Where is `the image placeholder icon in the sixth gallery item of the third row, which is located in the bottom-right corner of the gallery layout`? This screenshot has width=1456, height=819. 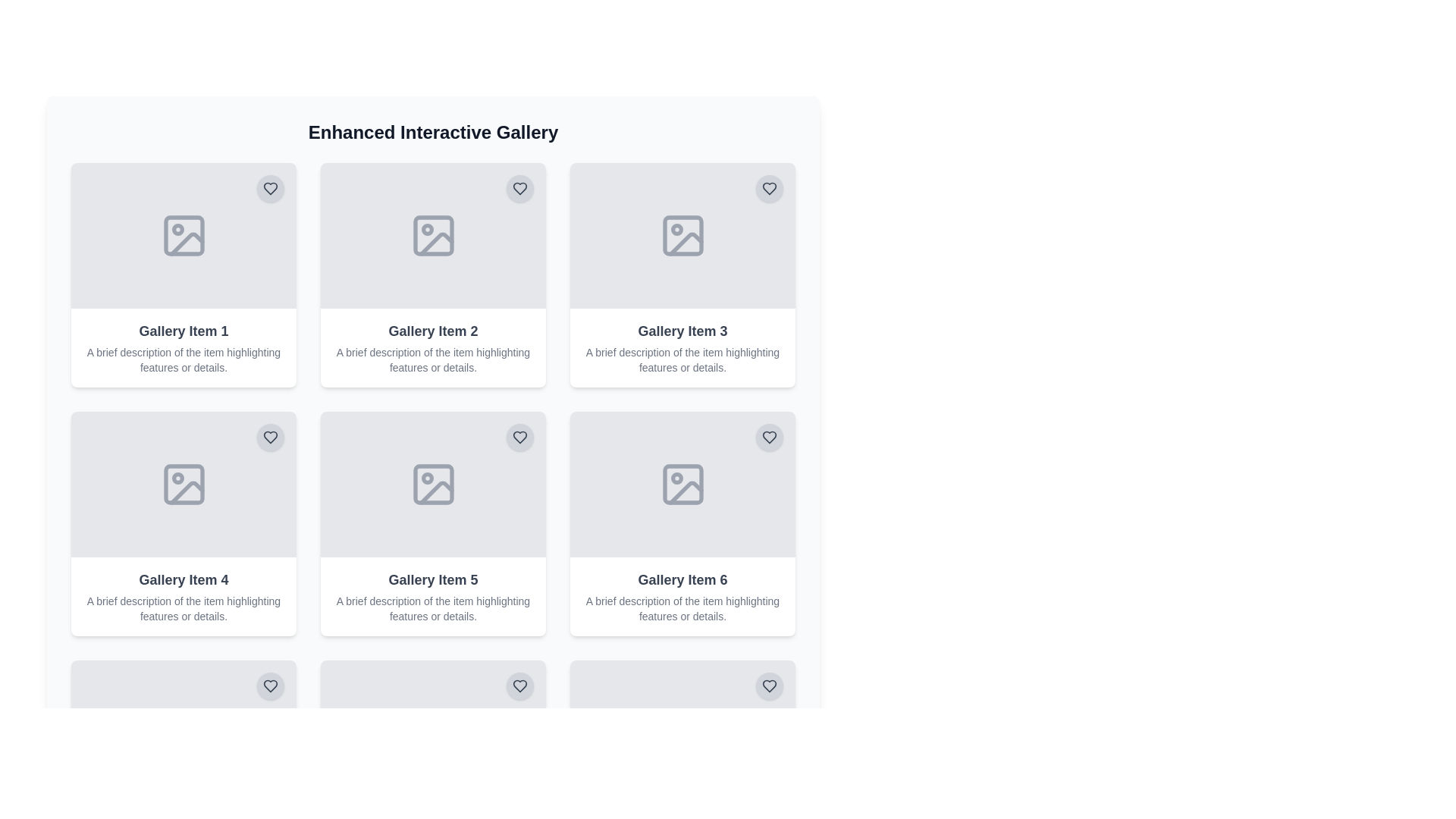
the image placeholder icon in the sixth gallery item of the third row, which is located in the bottom-right corner of the gallery layout is located at coordinates (682, 485).